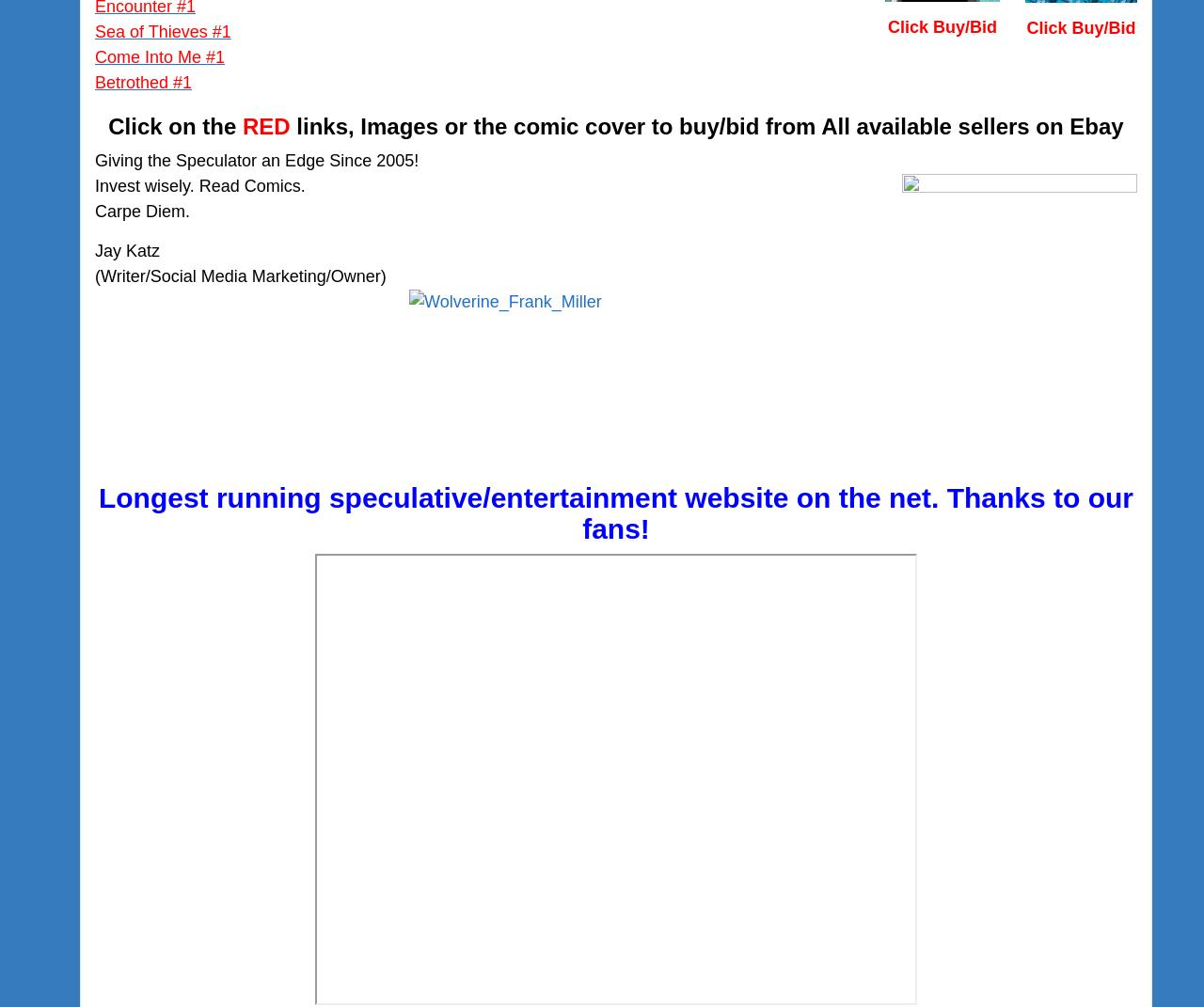 This screenshot has width=1204, height=1007. I want to click on 'Carpe Diem.', so click(141, 211).